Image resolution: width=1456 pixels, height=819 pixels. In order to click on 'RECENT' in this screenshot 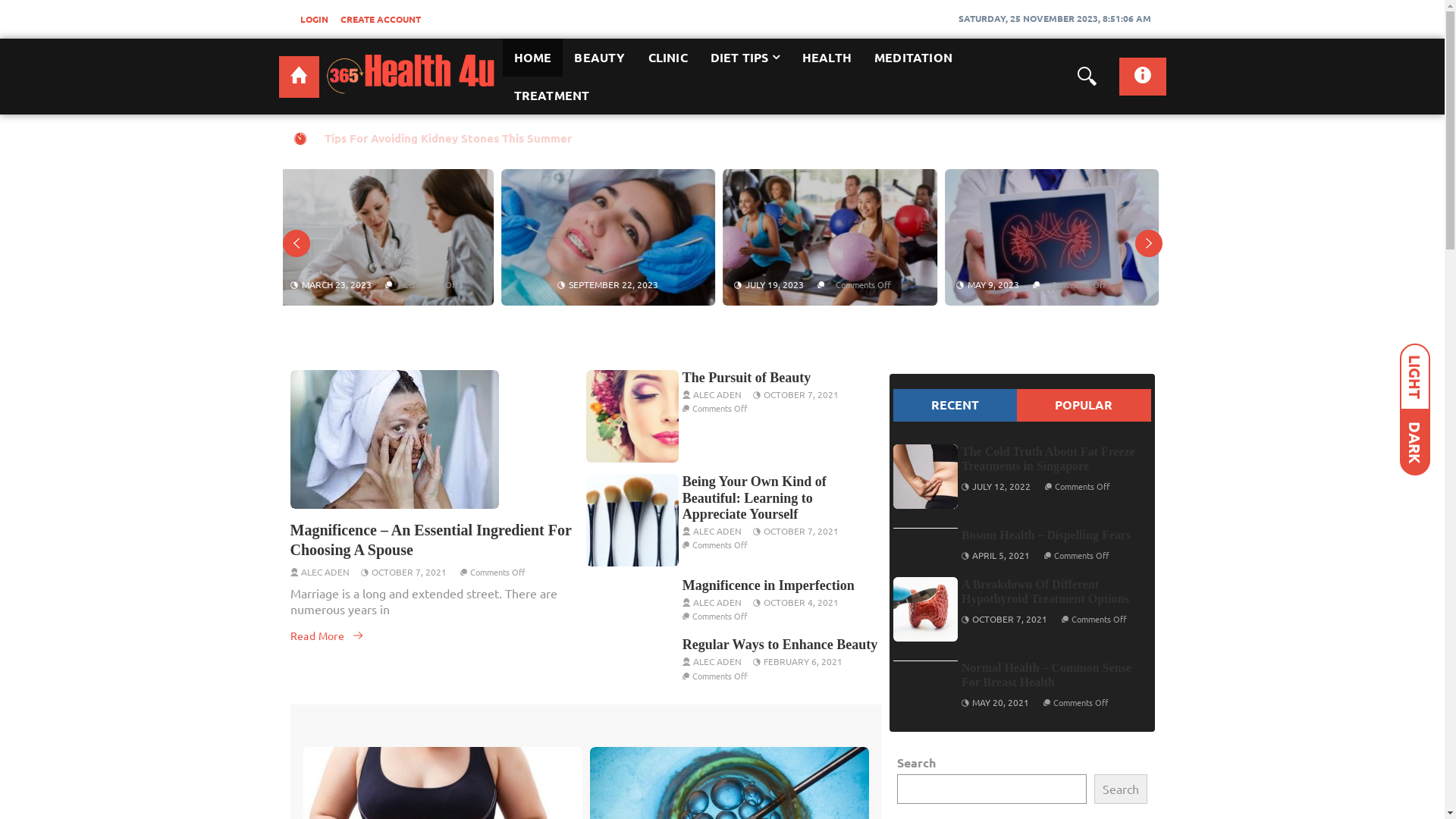, I will do `click(954, 404)`.